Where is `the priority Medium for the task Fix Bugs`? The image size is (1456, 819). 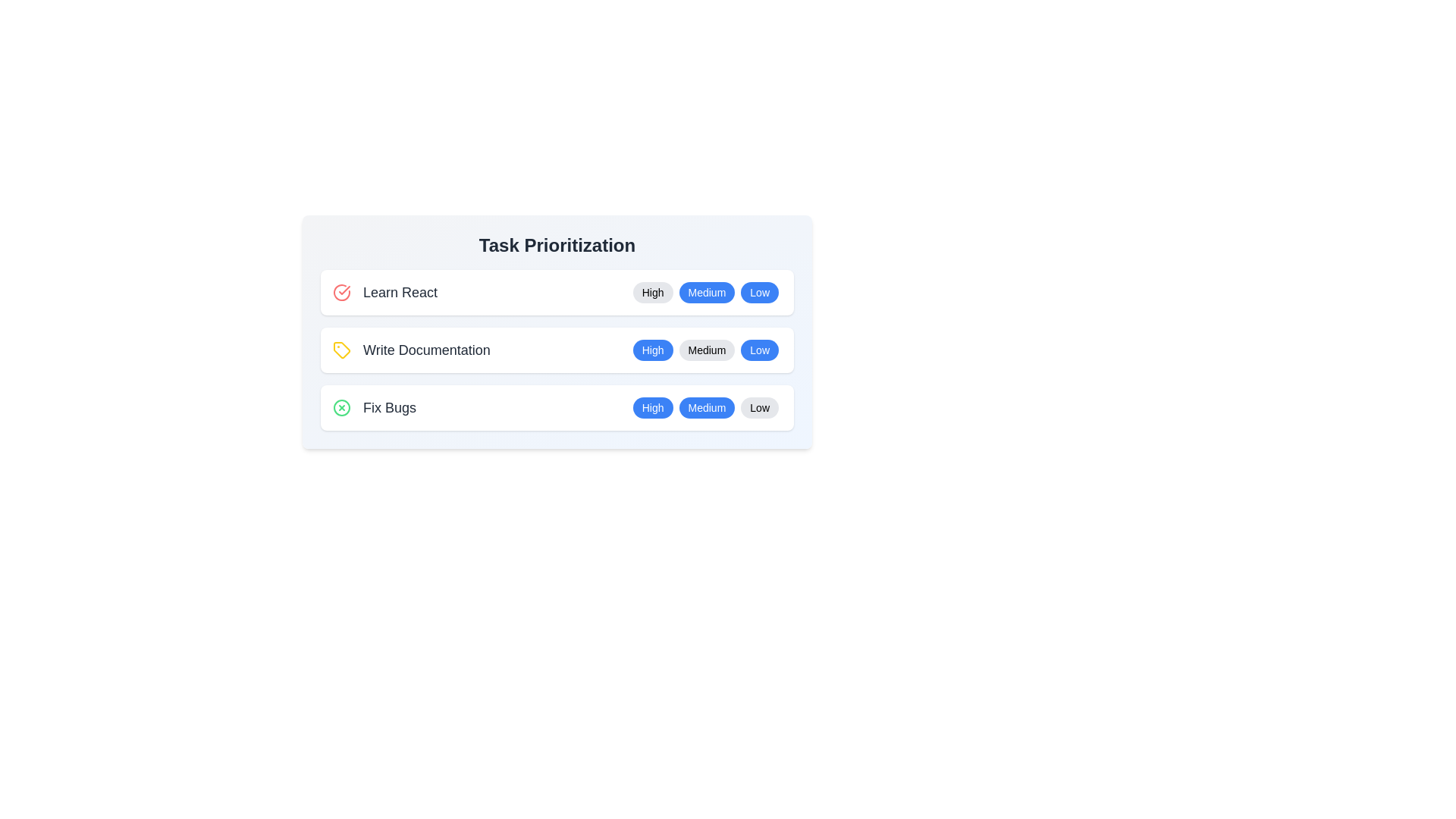
the priority Medium for the task Fix Bugs is located at coordinates (705, 406).